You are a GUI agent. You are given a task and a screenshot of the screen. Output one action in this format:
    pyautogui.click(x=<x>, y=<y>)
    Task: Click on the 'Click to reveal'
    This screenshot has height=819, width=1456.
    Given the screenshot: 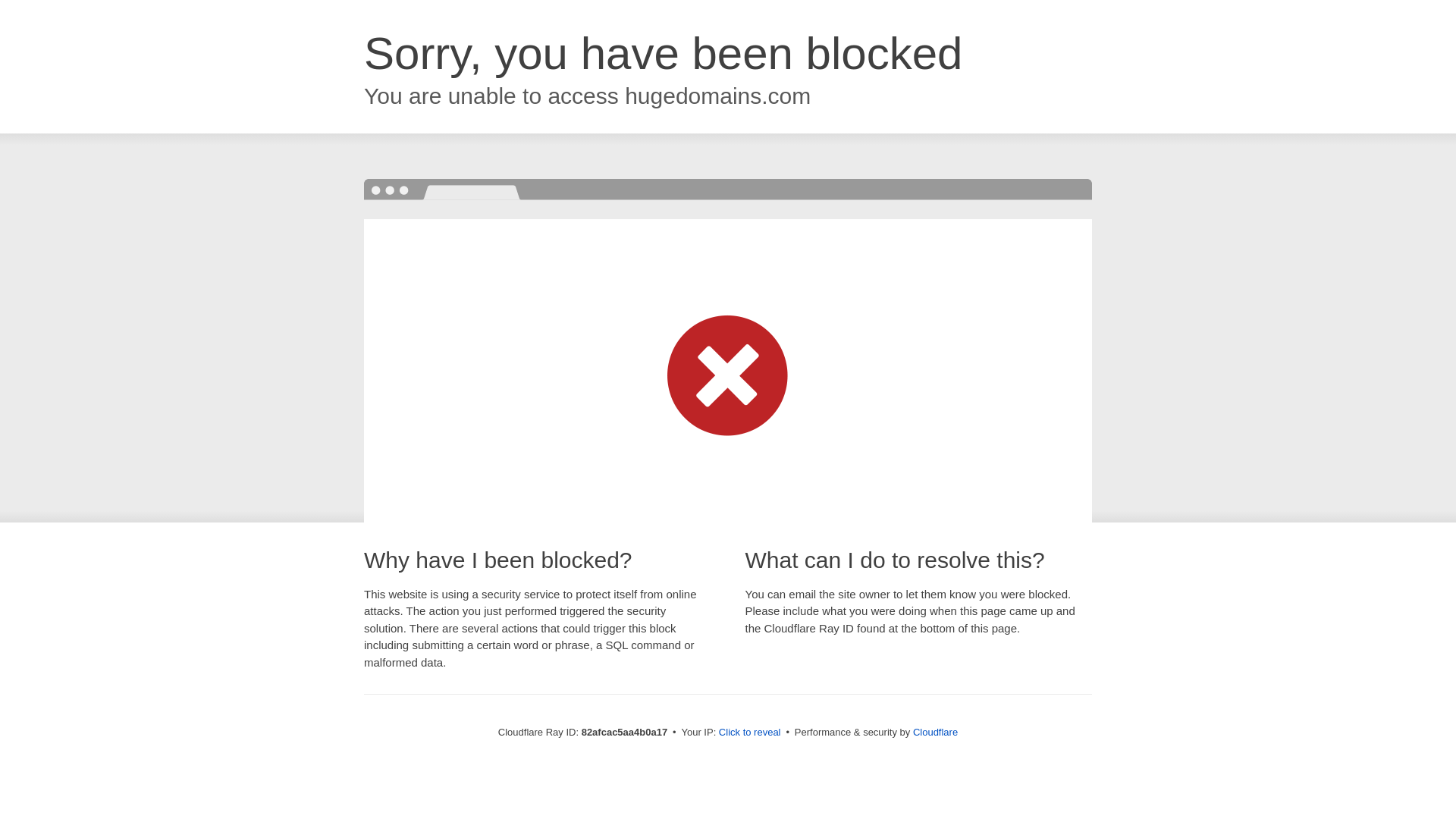 What is the action you would take?
    pyautogui.click(x=749, y=731)
    